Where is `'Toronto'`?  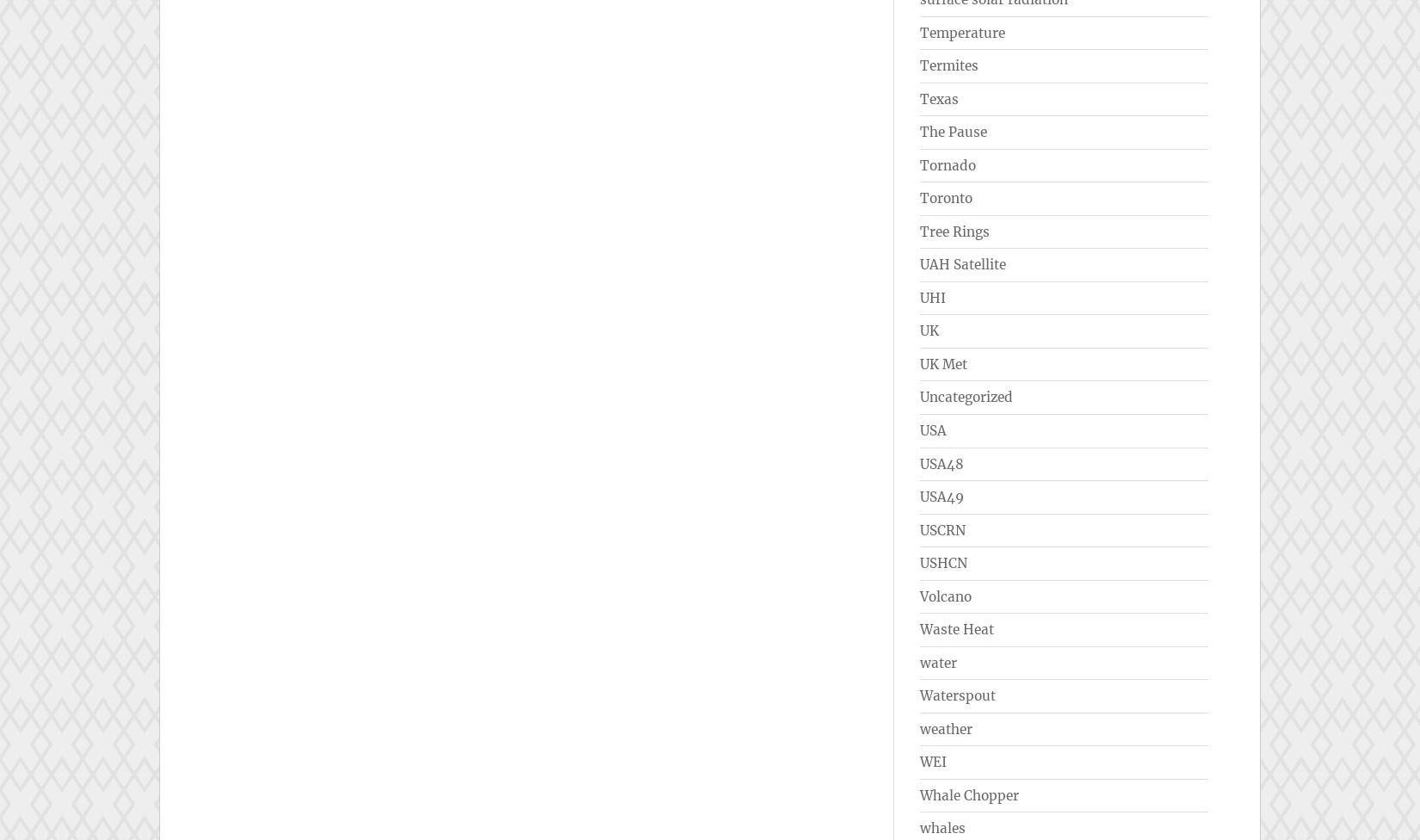
'Toronto' is located at coordinates (946, 197).